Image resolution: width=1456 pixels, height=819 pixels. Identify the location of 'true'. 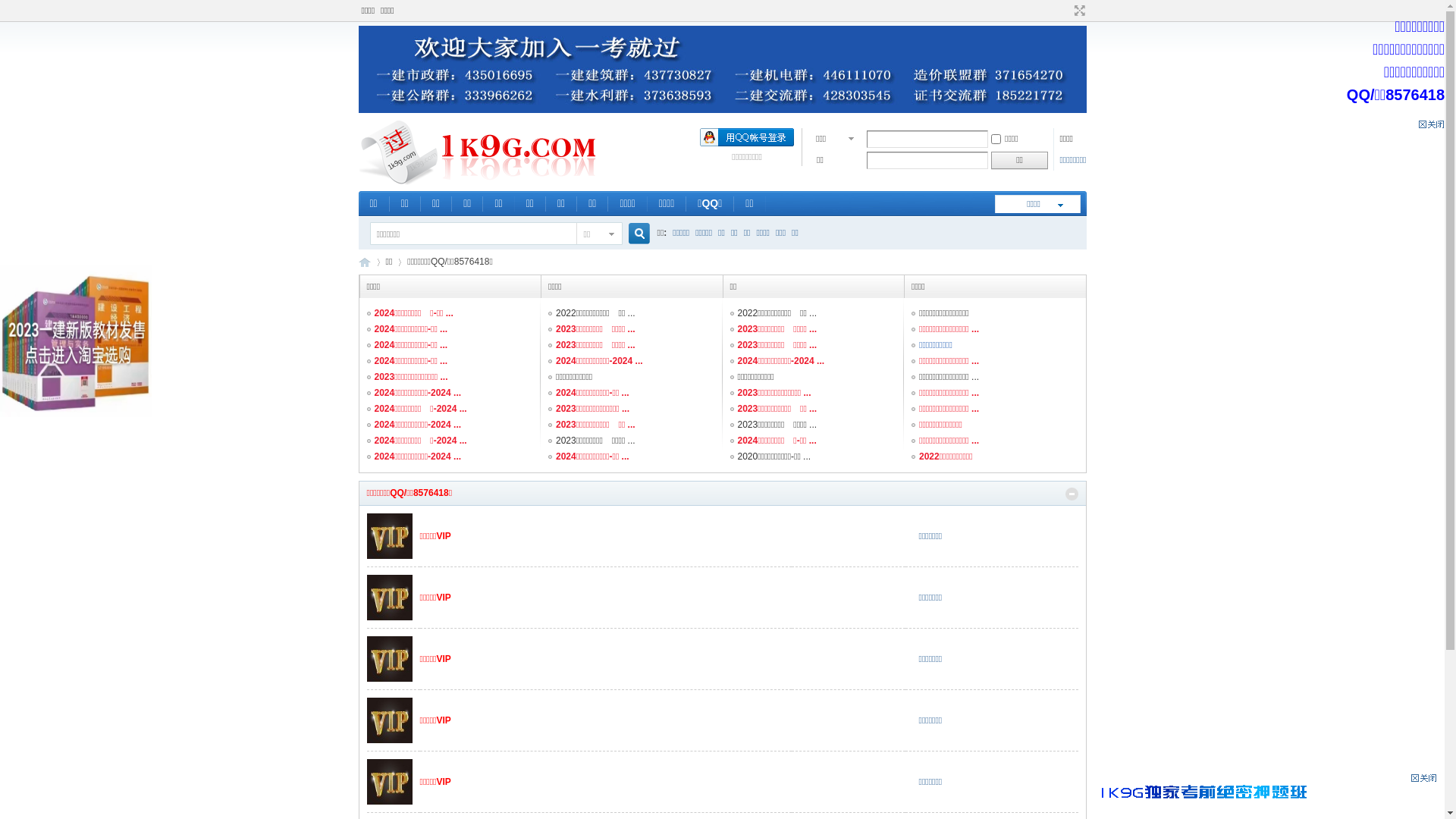
(622, 234).